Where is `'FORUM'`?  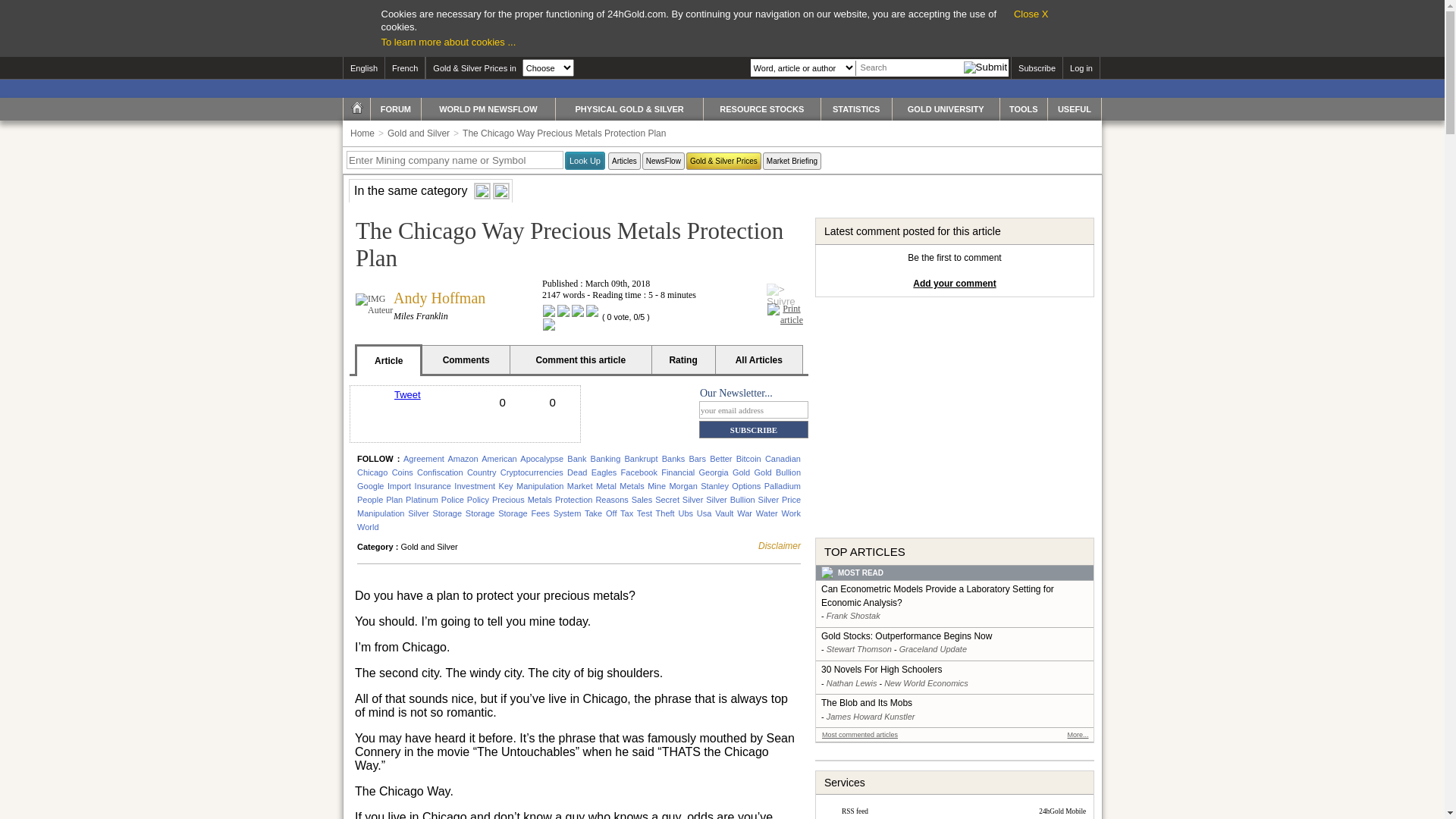 'FORUM' is located at coordinates (371, 108).